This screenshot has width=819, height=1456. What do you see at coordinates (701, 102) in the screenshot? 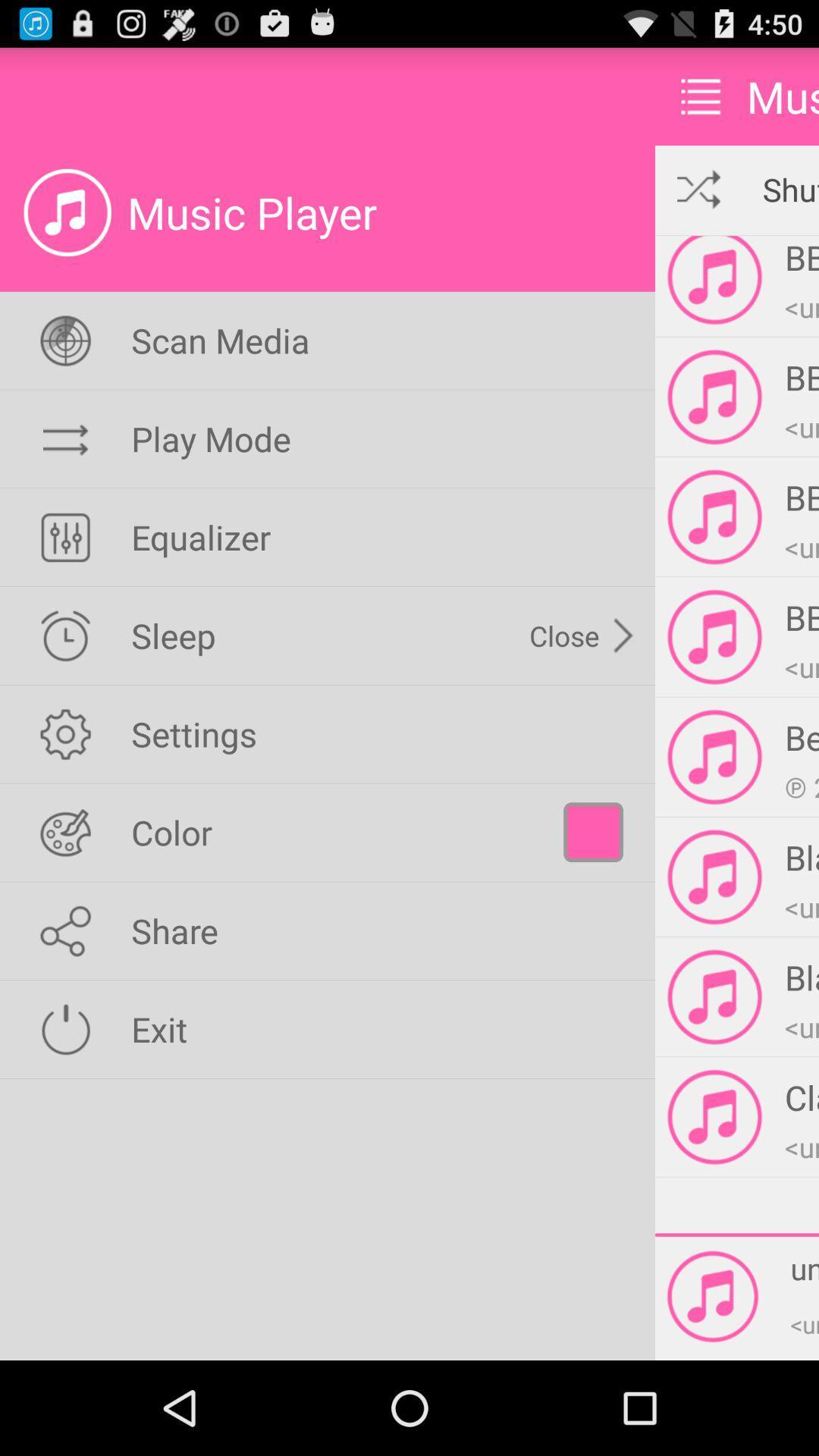
I see `the list icon` at bounding box center [701, 102].